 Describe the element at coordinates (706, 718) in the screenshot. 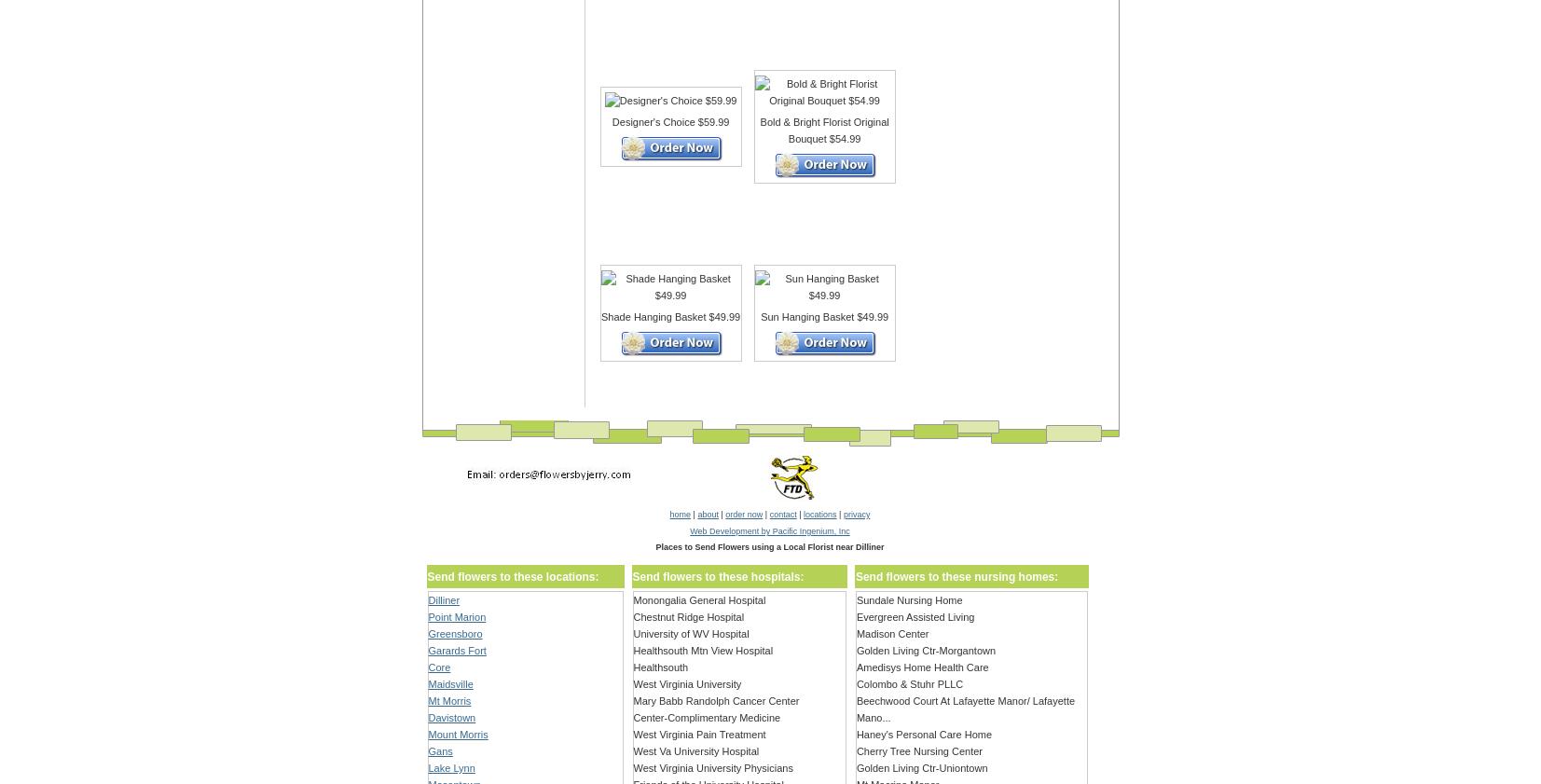

I see `'Center-Complimentary Medicine'` at that location.